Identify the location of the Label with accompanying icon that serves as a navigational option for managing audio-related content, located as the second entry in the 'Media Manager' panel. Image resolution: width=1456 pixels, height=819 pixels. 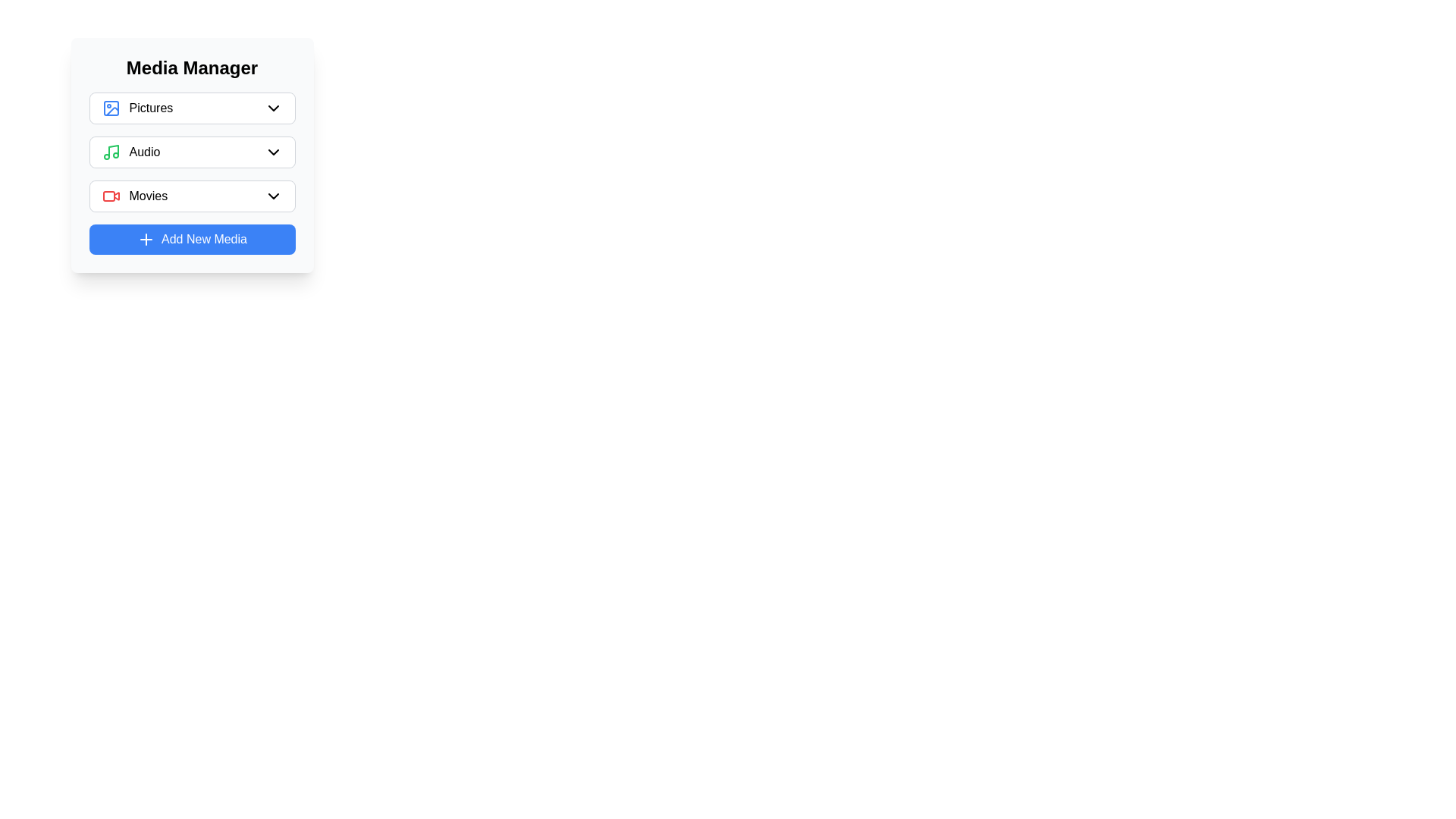
(130, 152).